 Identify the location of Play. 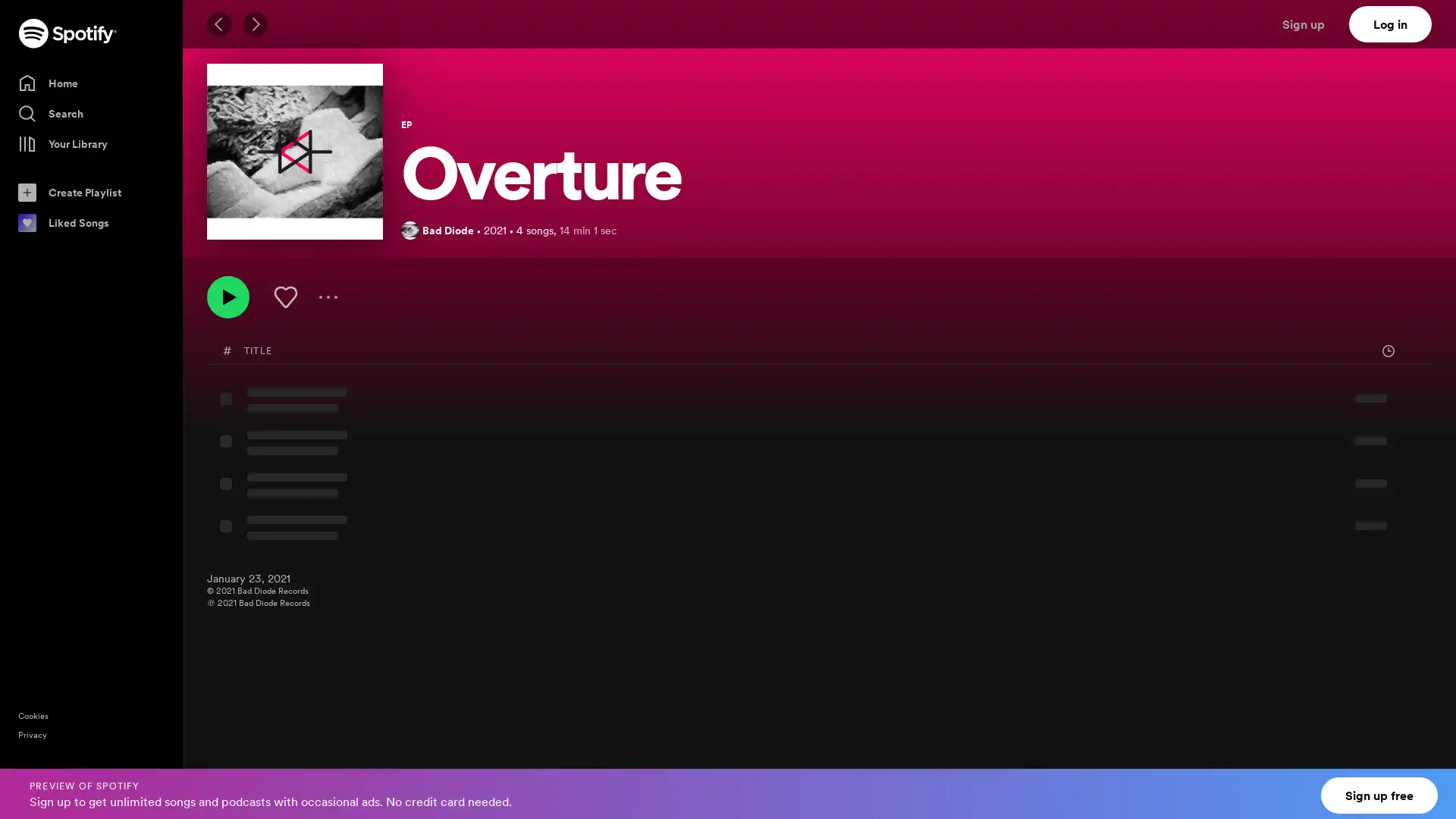
(227, 297).